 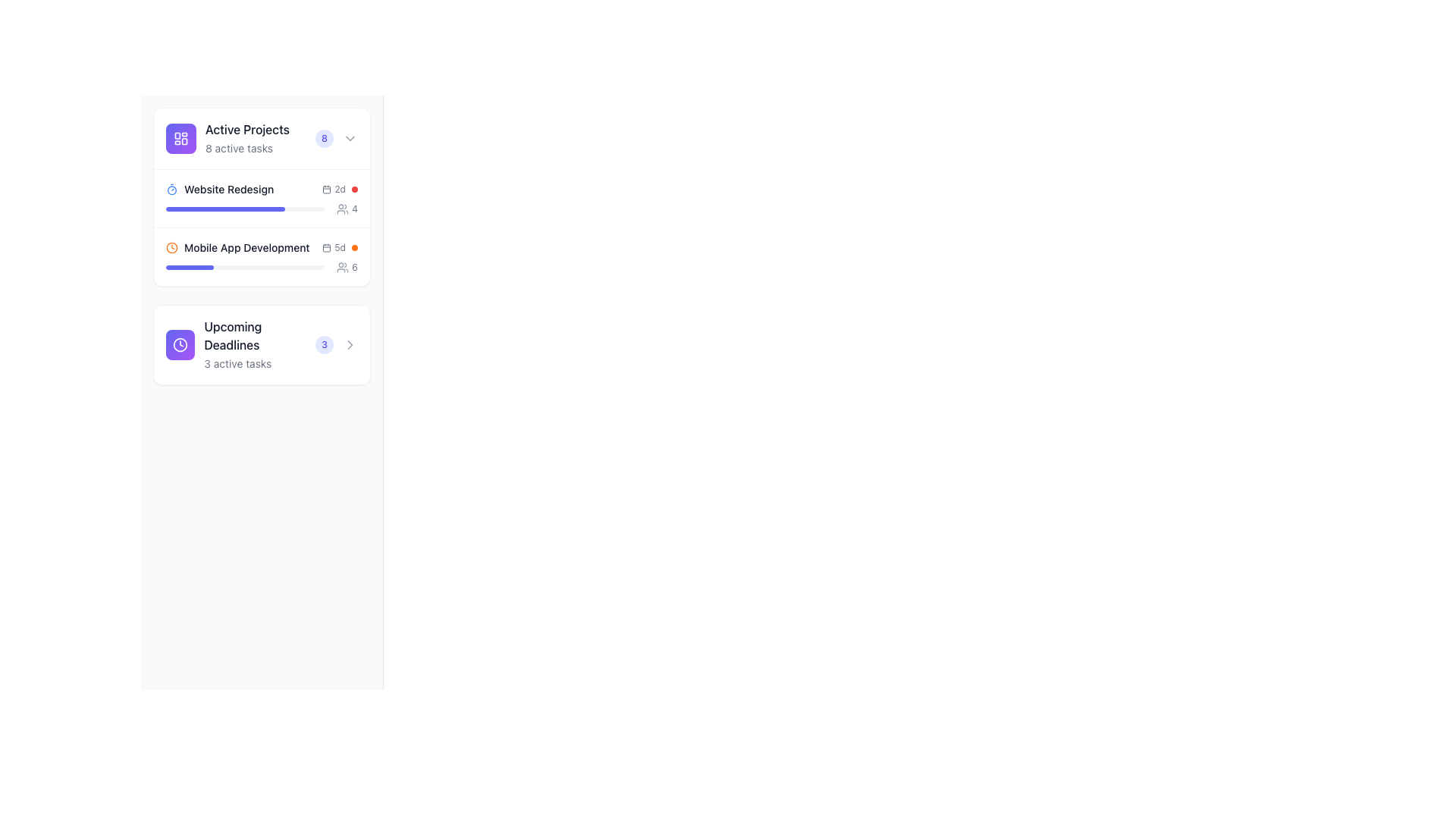 I want to click on the Static Text Label that identifies the section as 'Active Projects', which is positioned as the header above the smaller text description '8 active tasks', so click(x=247, y=128).